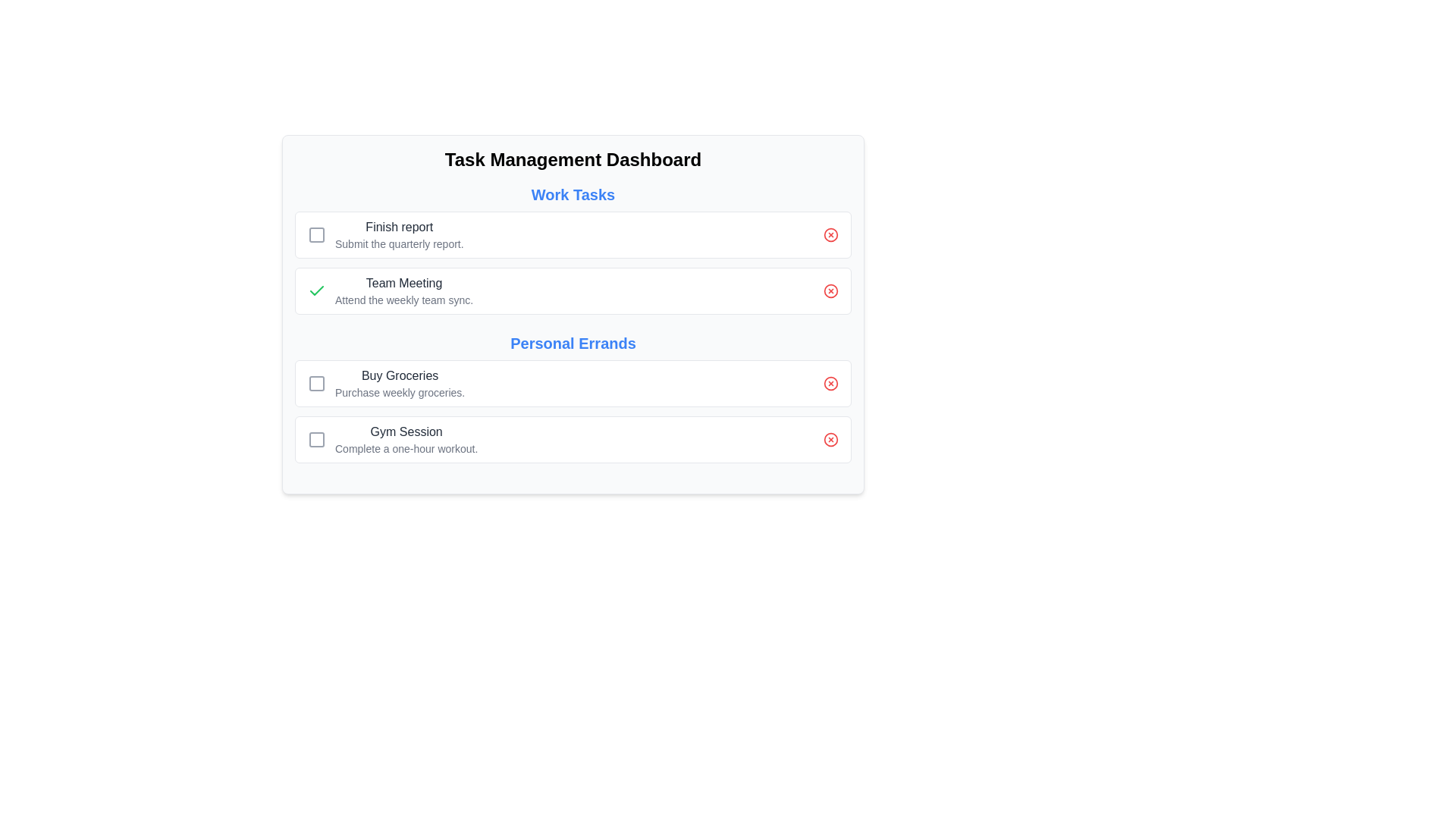  I want to click on the static textual display for the task item titled 'Team Meeting' located in the second row of the 'Work Tasks' section in the 'Task Management Dashboard', so click(403, 291).